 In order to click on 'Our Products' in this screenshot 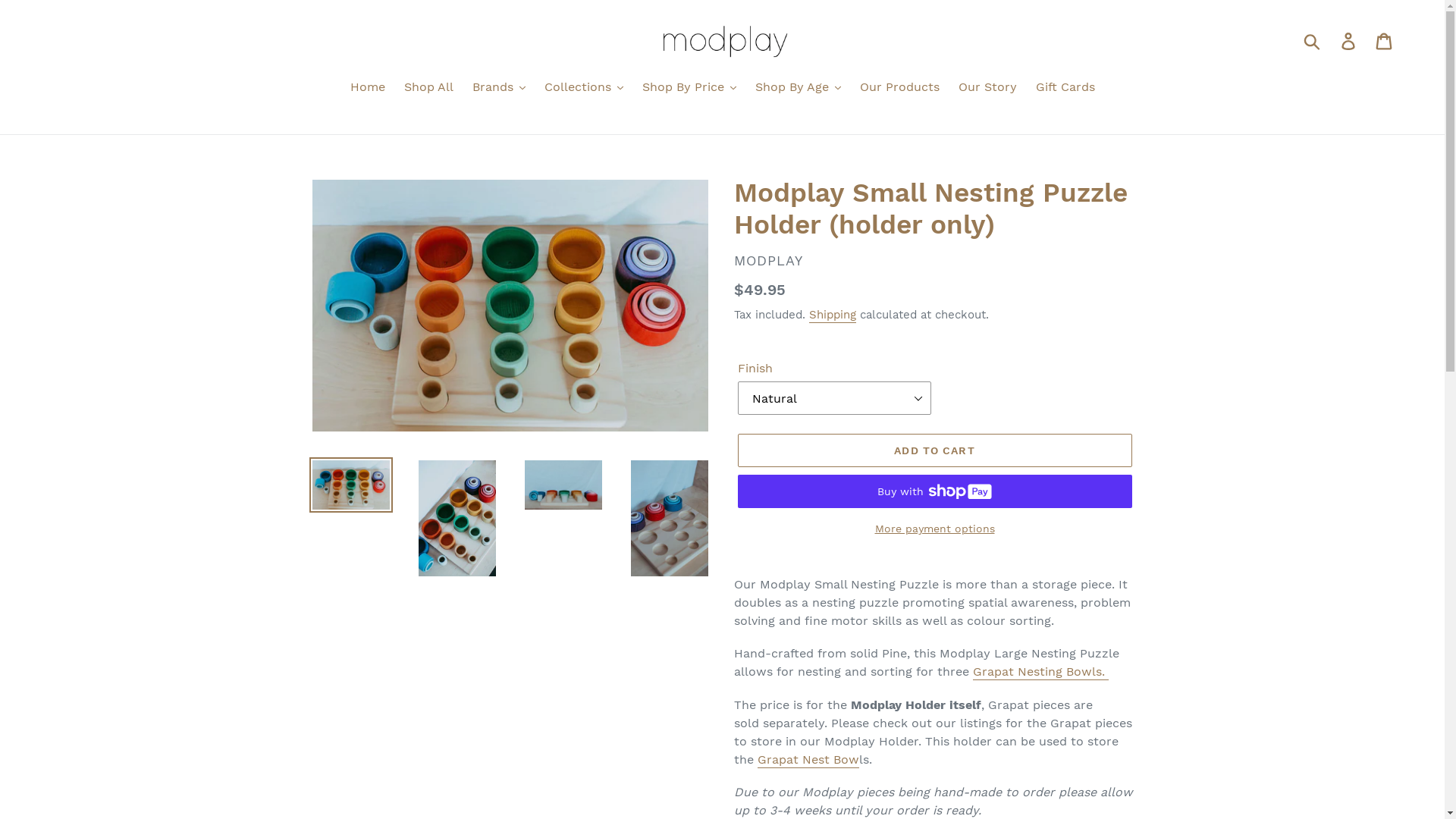, I will do `click(899, 88)`.